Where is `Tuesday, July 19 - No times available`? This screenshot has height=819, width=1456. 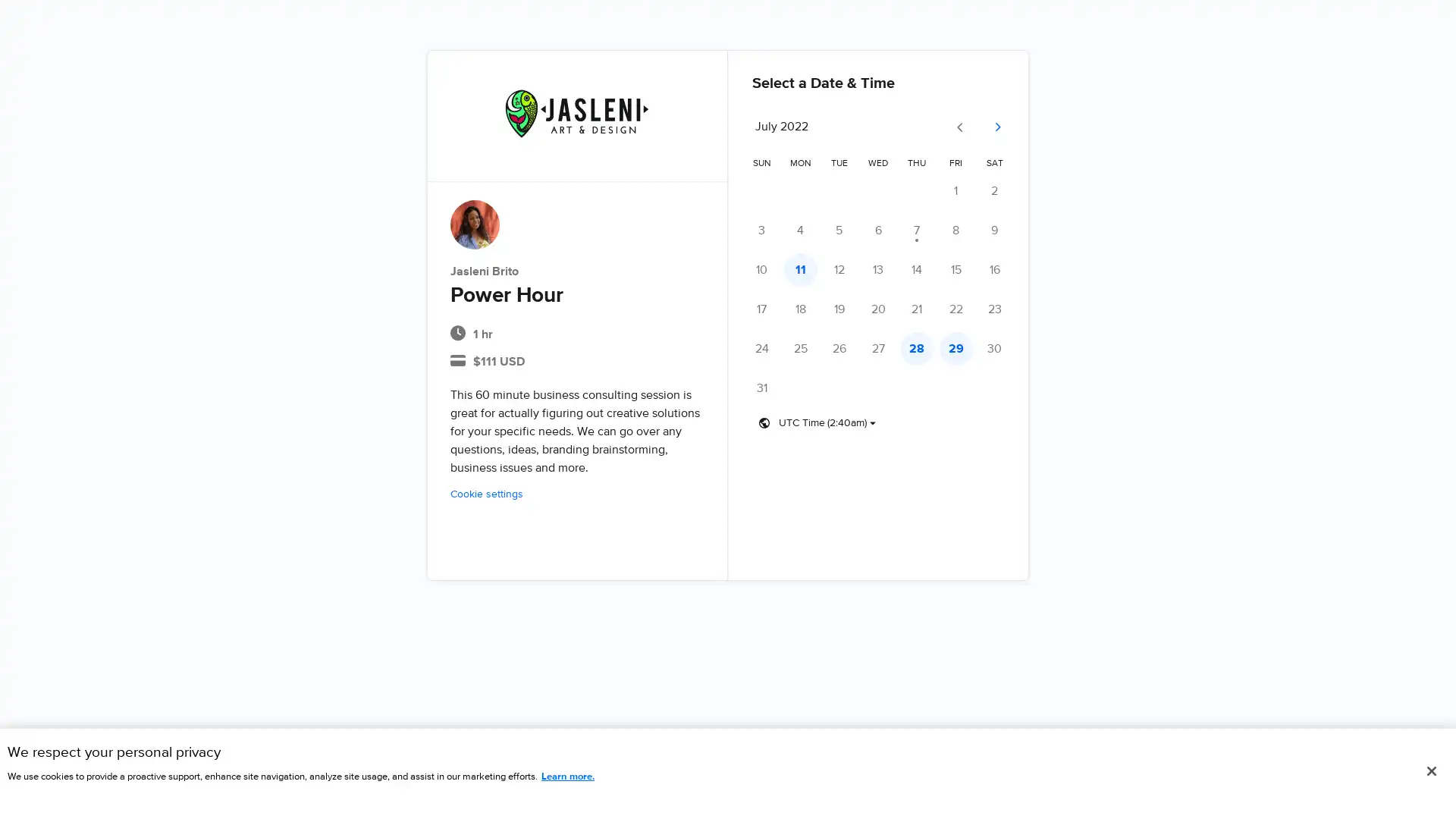
Tuesday, July 19 - No times available is located at coordinates (839, 309).